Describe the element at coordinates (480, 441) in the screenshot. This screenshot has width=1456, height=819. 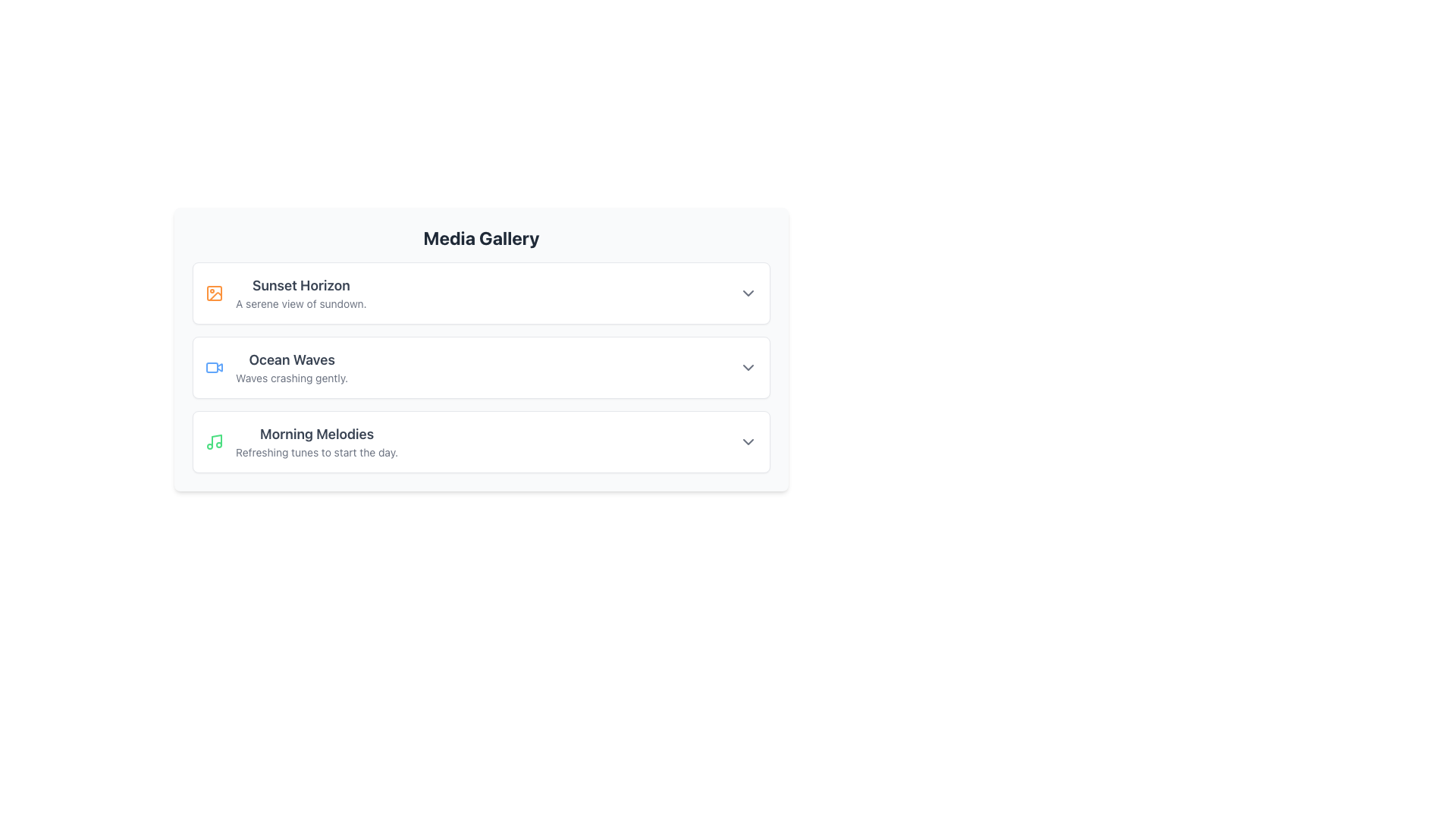
I see `the 'Morning Melodies' card in the Media Gallery section` at that location.